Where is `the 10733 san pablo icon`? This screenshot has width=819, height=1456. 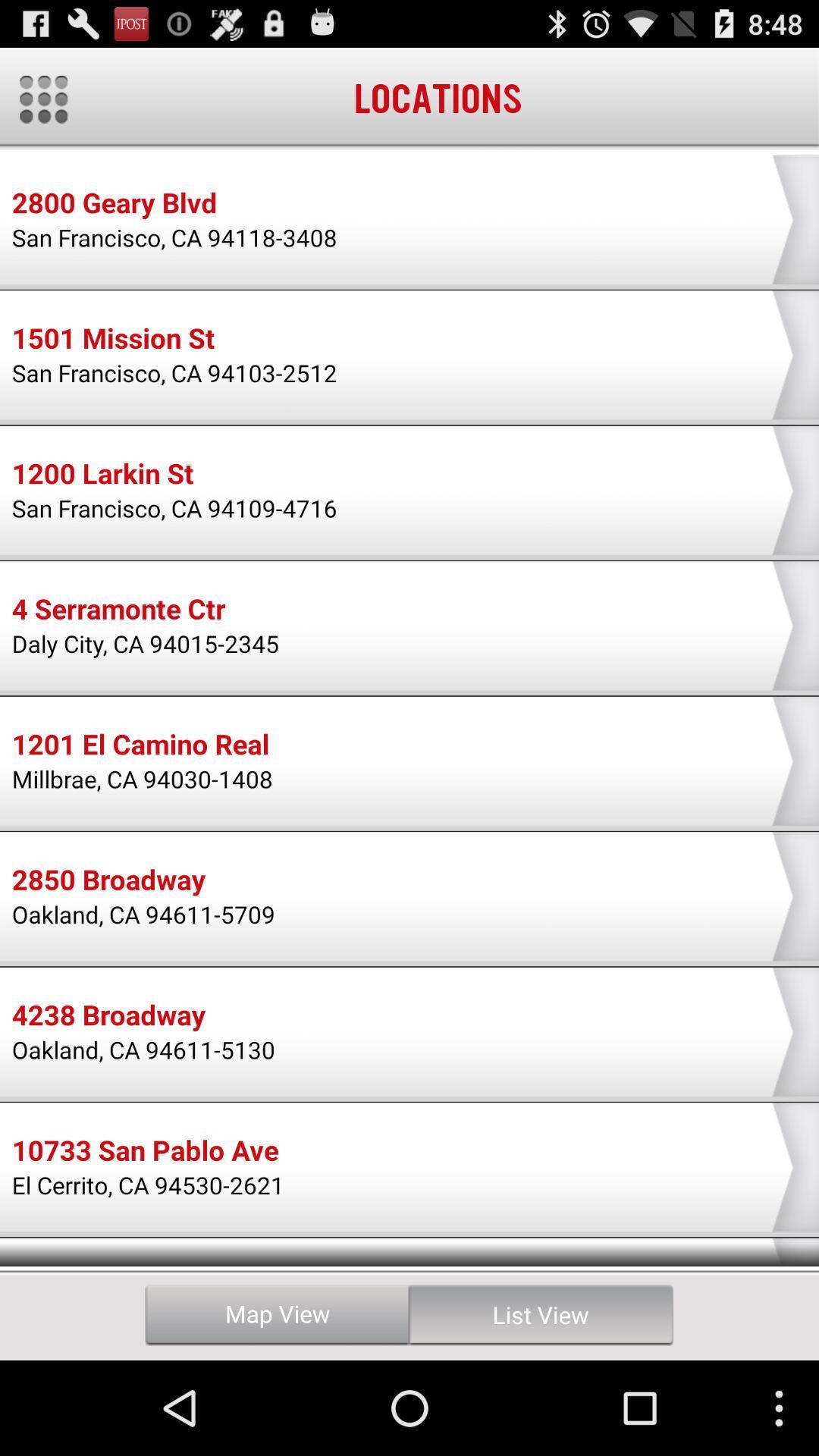 the 10733 san pablo icon is located at coordinates (145, 1153).